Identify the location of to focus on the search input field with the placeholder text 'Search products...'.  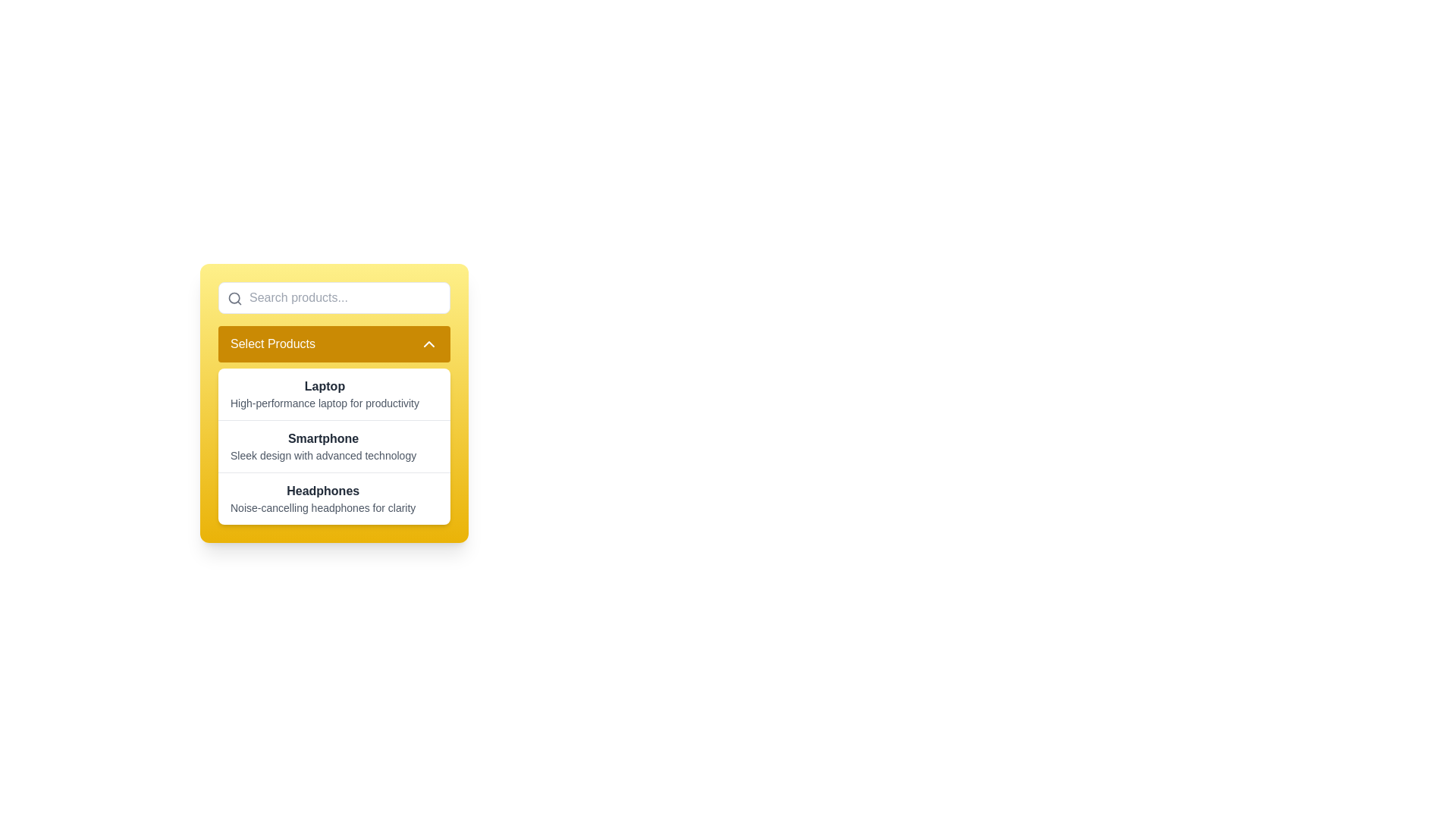
(334, 298).